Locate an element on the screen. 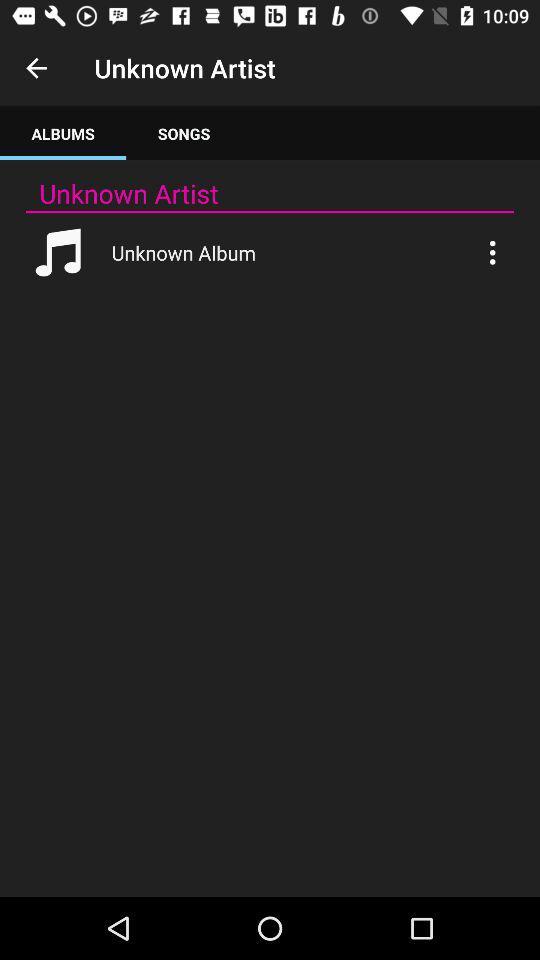 This screenshot has height=960, width=540. item to the left of songs app is located at coordinates (63, 132).